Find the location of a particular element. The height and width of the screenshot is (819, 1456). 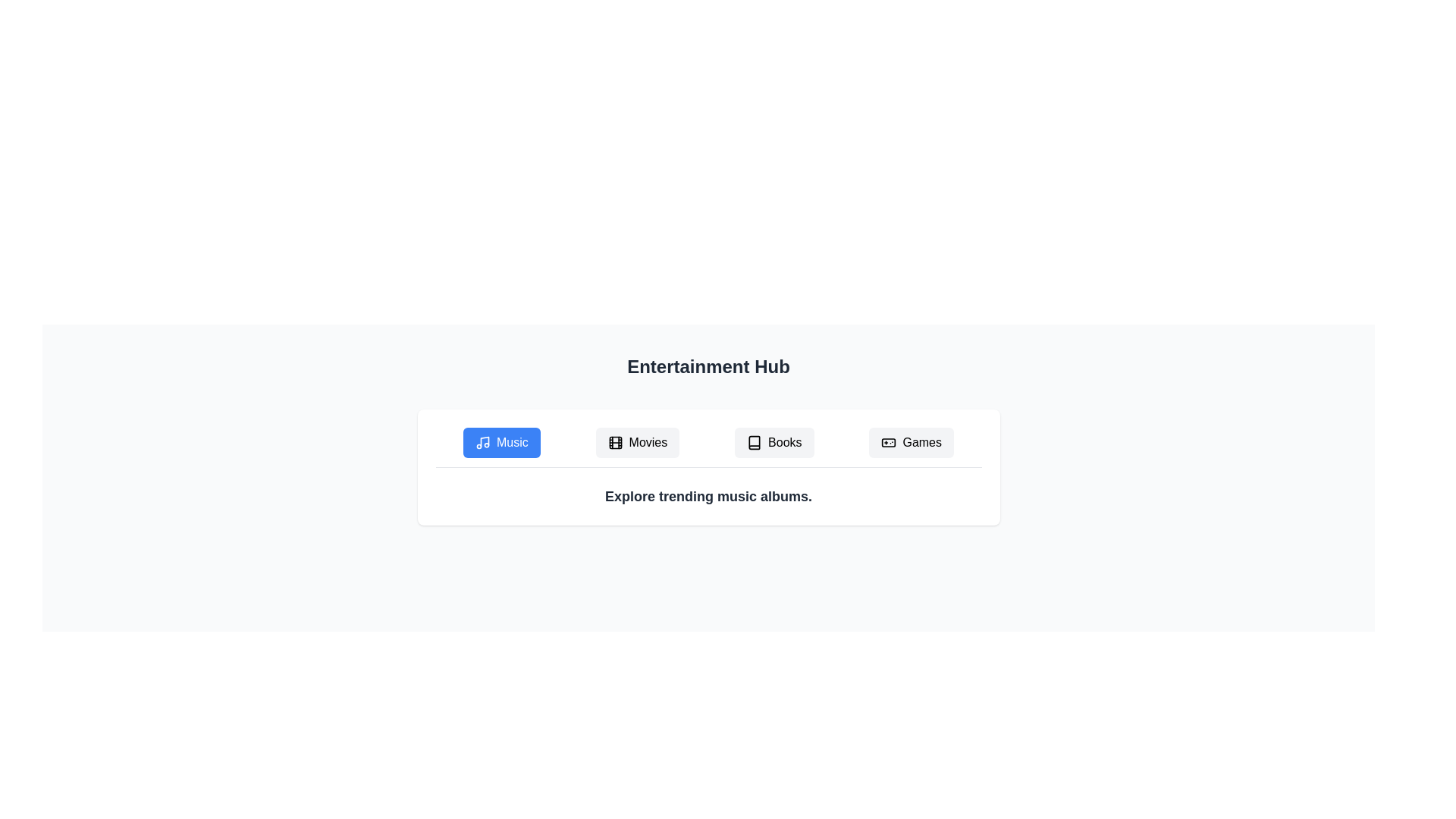

the Books tab is located at coordinates (774, 442).